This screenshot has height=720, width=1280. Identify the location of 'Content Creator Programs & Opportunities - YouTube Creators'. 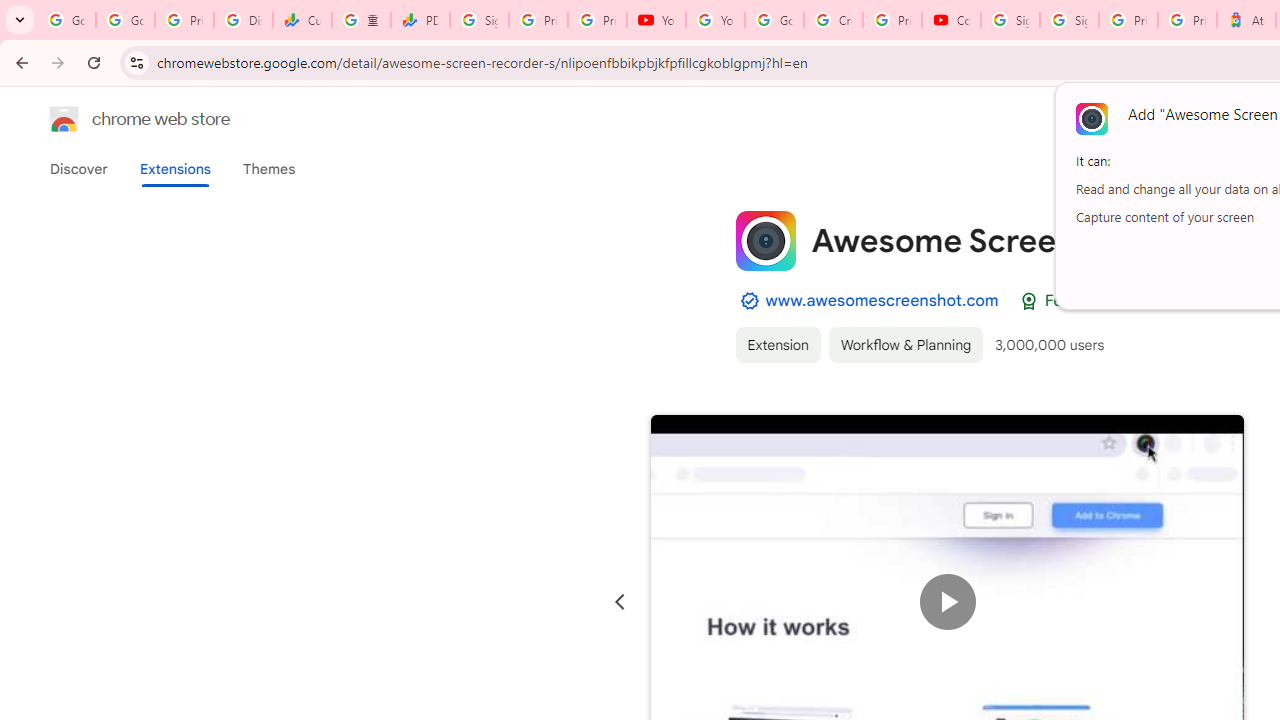
(950, 20).